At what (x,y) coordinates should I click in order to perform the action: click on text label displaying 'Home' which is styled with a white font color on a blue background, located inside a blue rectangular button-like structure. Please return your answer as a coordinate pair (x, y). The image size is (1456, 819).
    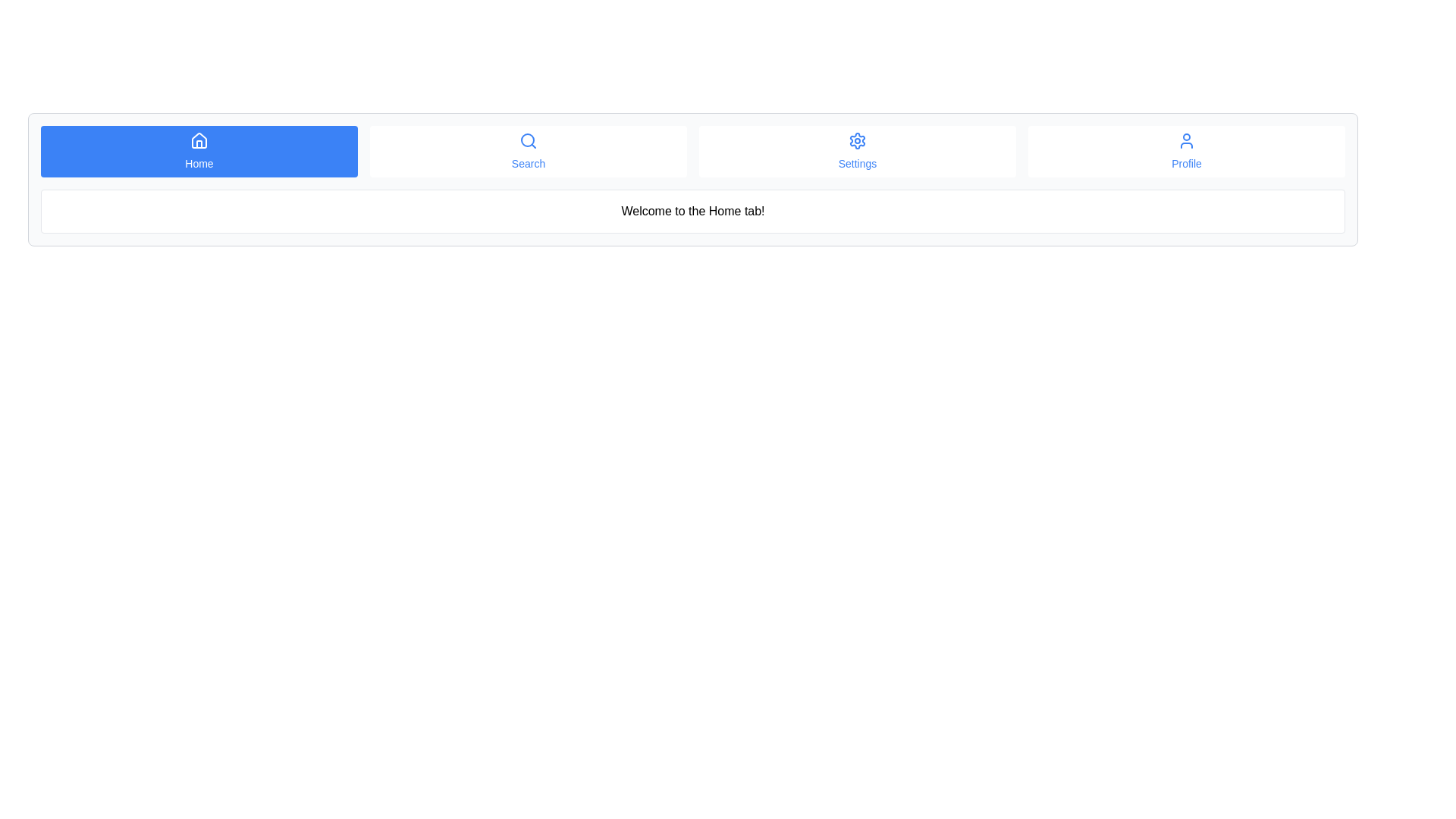
    Looking at the image, I should click on (199, 164).